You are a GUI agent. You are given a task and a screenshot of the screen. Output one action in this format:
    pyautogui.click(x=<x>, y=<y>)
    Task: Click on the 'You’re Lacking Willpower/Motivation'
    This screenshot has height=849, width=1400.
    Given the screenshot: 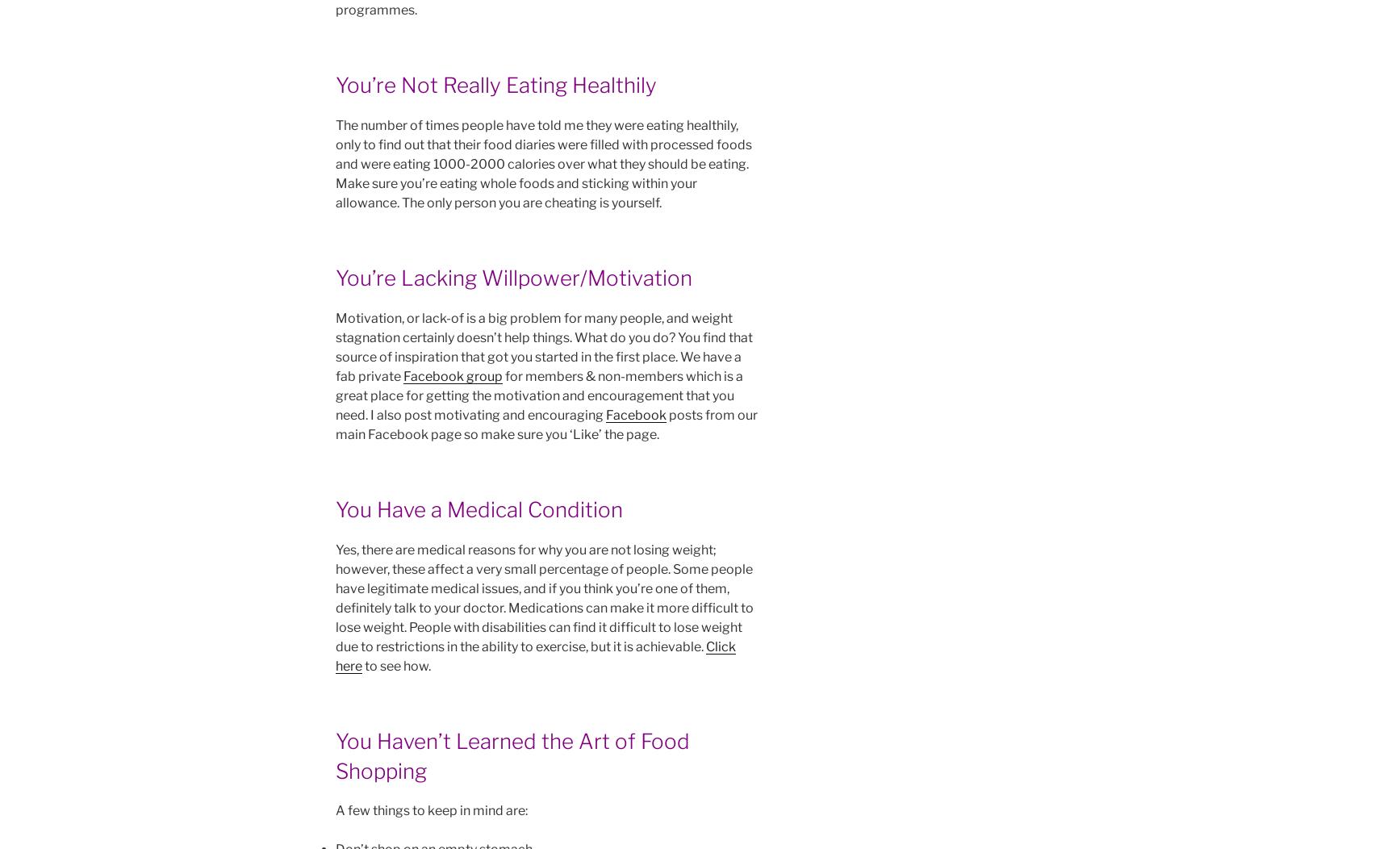 What is the action you would take?
    pyautogui.click(x=513, y=277)
    